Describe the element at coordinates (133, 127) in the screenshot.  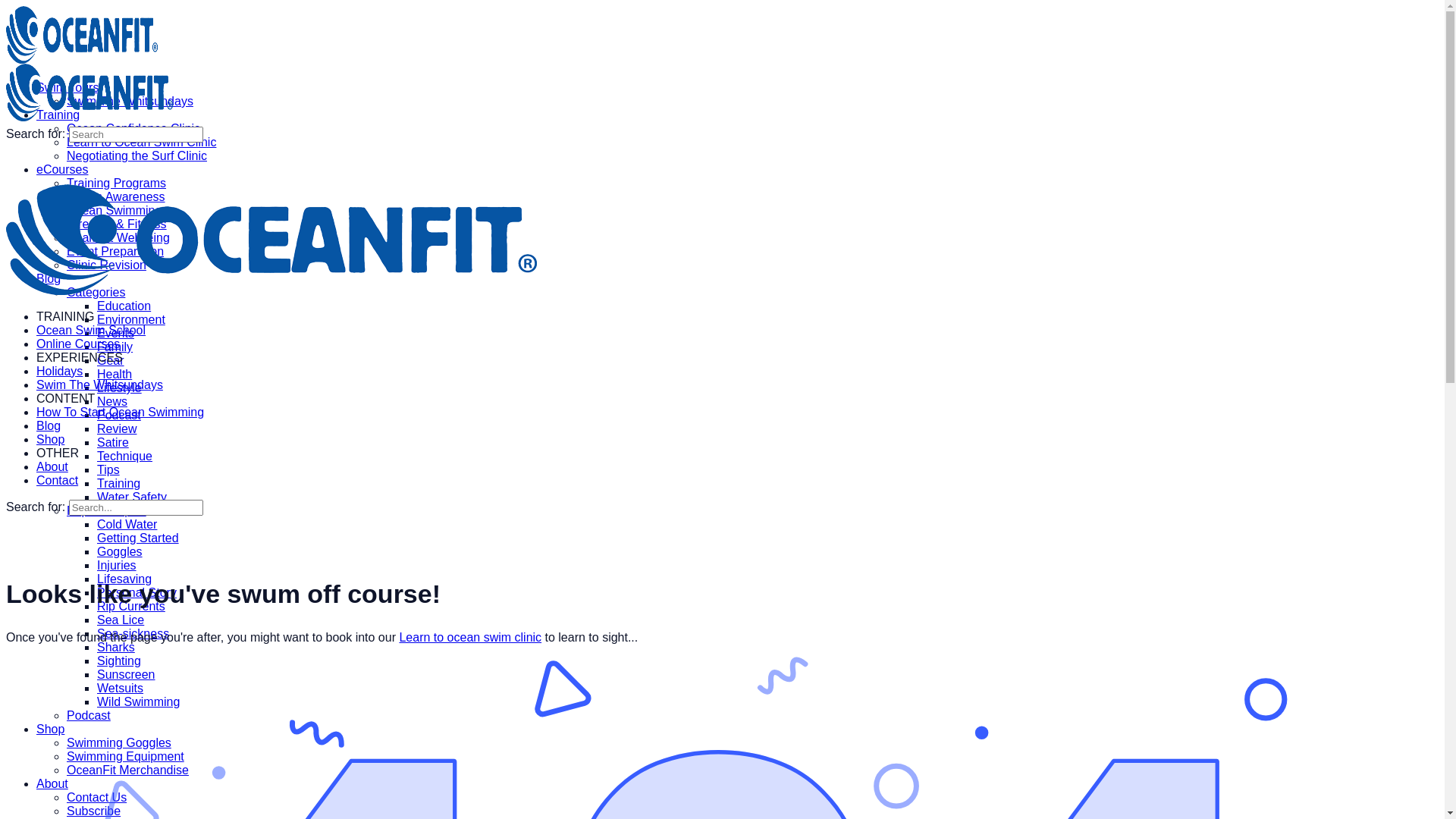
I see `'Ocean Confidence Clinic'` at that location.